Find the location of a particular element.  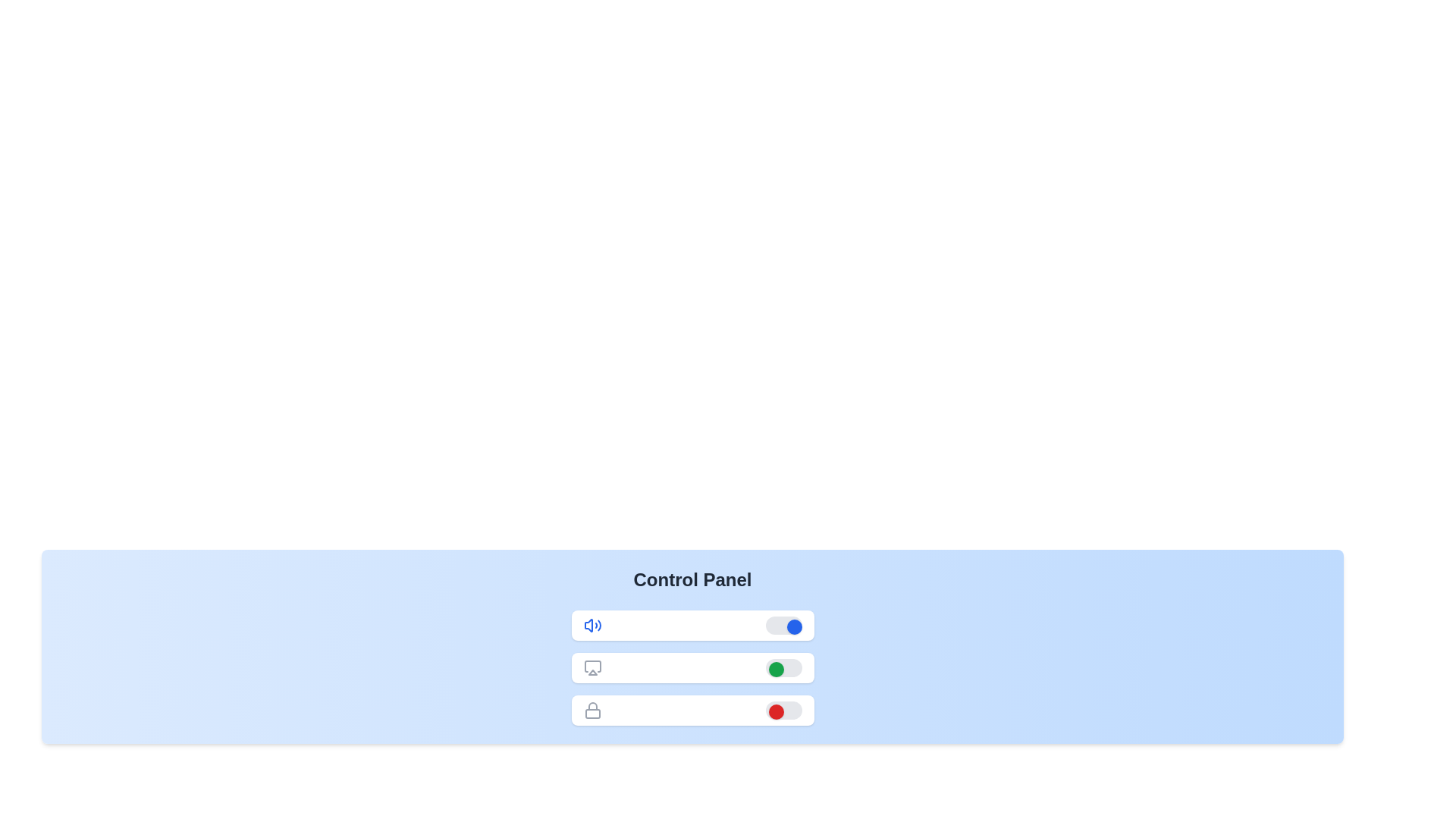

the gray lock icon in the control panel, which is the third item in the third row, positioned to the left of a toggle switch is located at coordinates (591, 711).